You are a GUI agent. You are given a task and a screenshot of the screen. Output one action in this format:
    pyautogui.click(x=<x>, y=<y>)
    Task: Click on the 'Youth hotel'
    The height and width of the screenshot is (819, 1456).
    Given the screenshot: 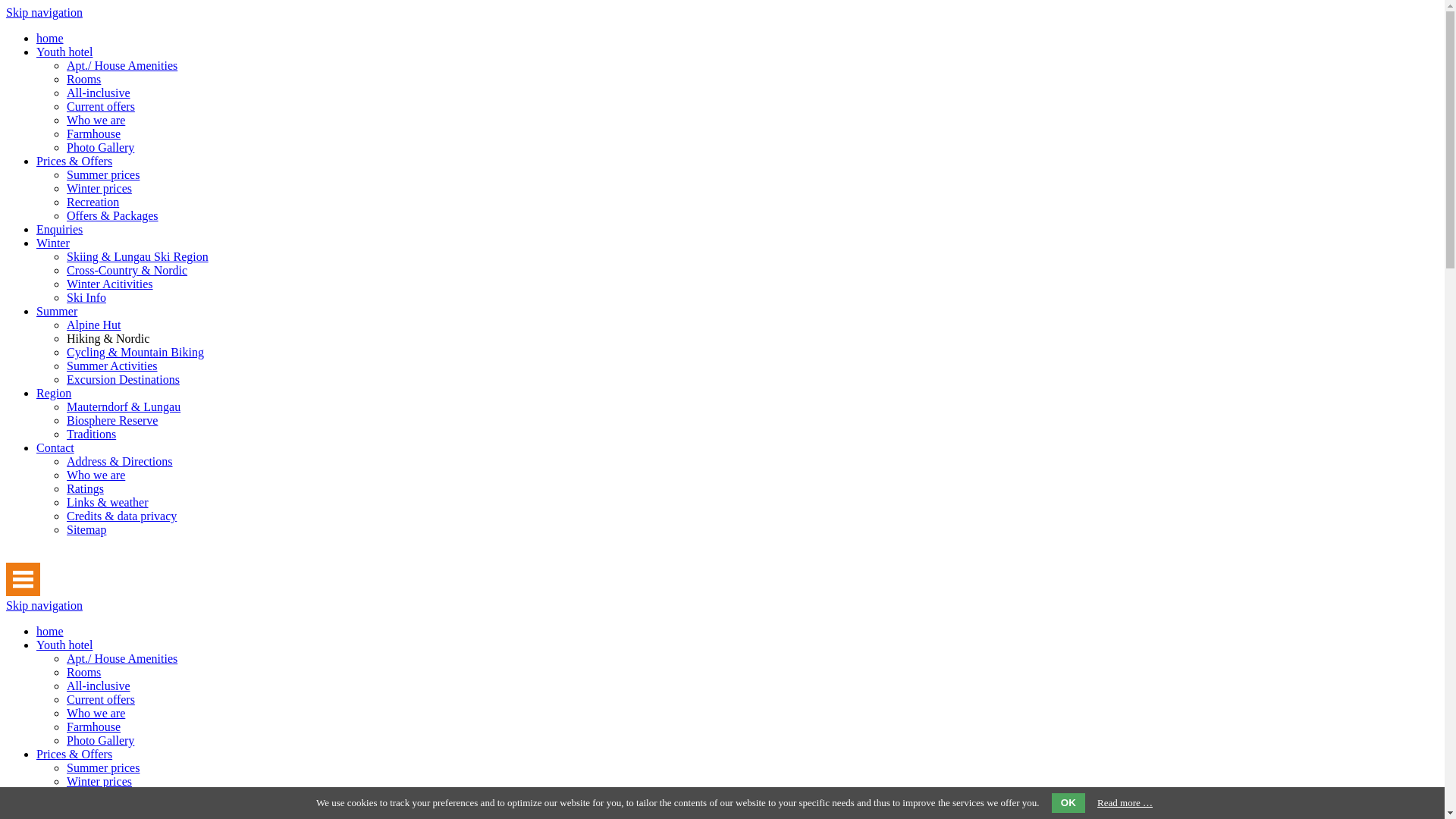 What is the action you would take?
    pyautogui.click(x=64, y=645)
    